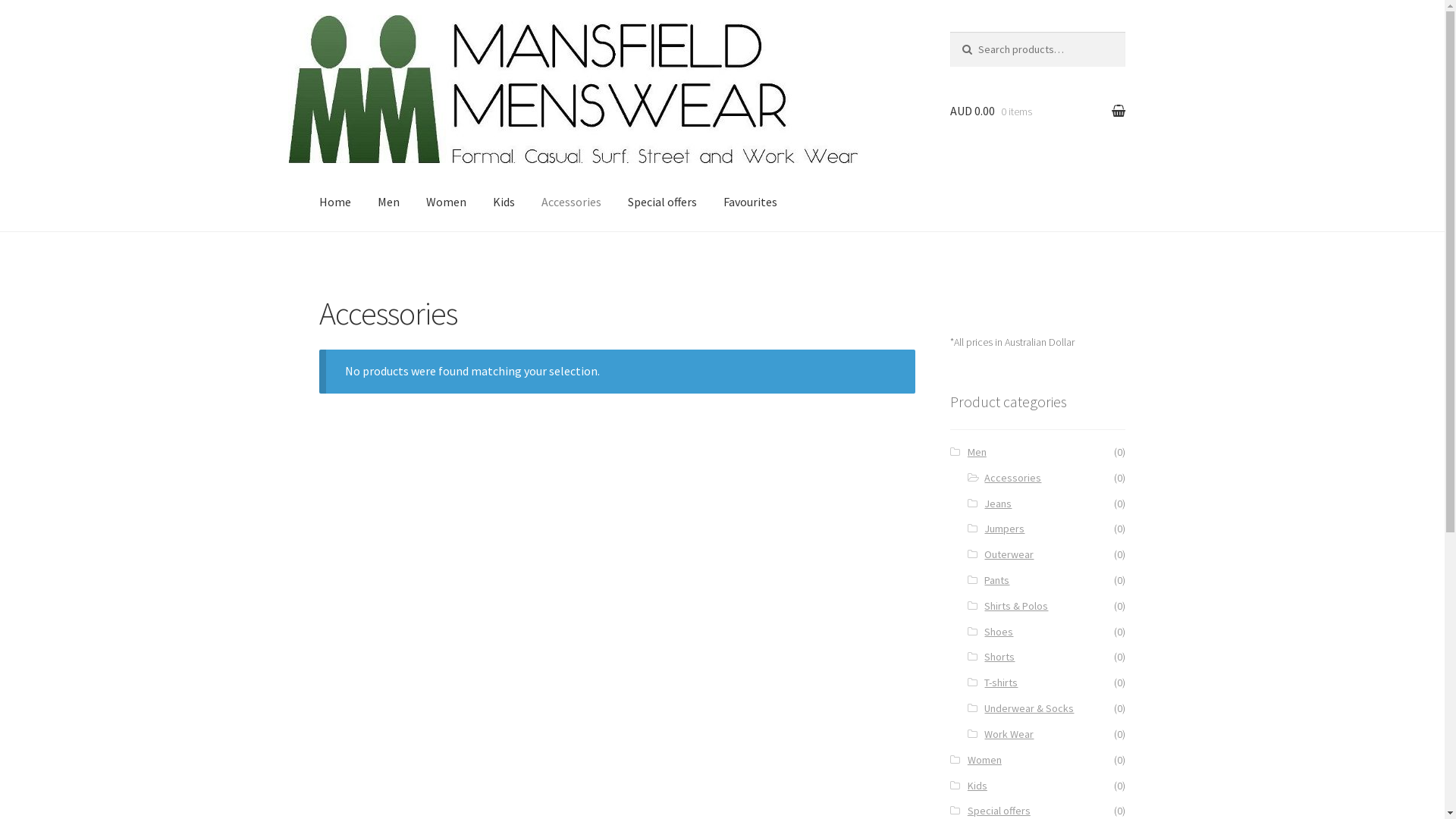 The image size is (1456, 819). What do you see at coordinates (1009, 733) in the screenshot?
I see `'Work Wear'` at bounding box center [1009, 733].